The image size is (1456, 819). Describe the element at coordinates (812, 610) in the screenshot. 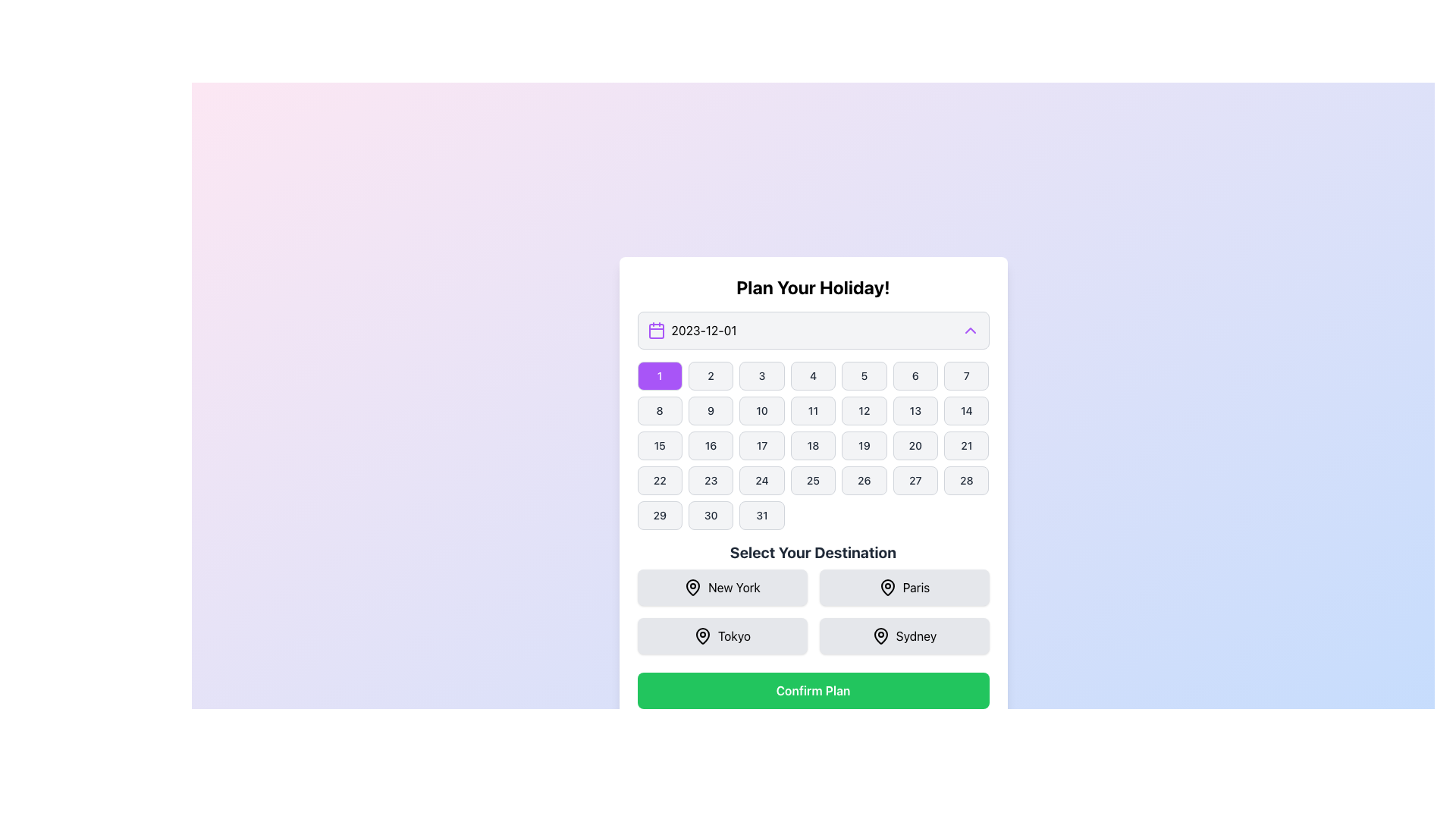

I see `the 'New York', 'Paris', 'Tokyo', or 'Sydney' option in the interactive grid` at that location.